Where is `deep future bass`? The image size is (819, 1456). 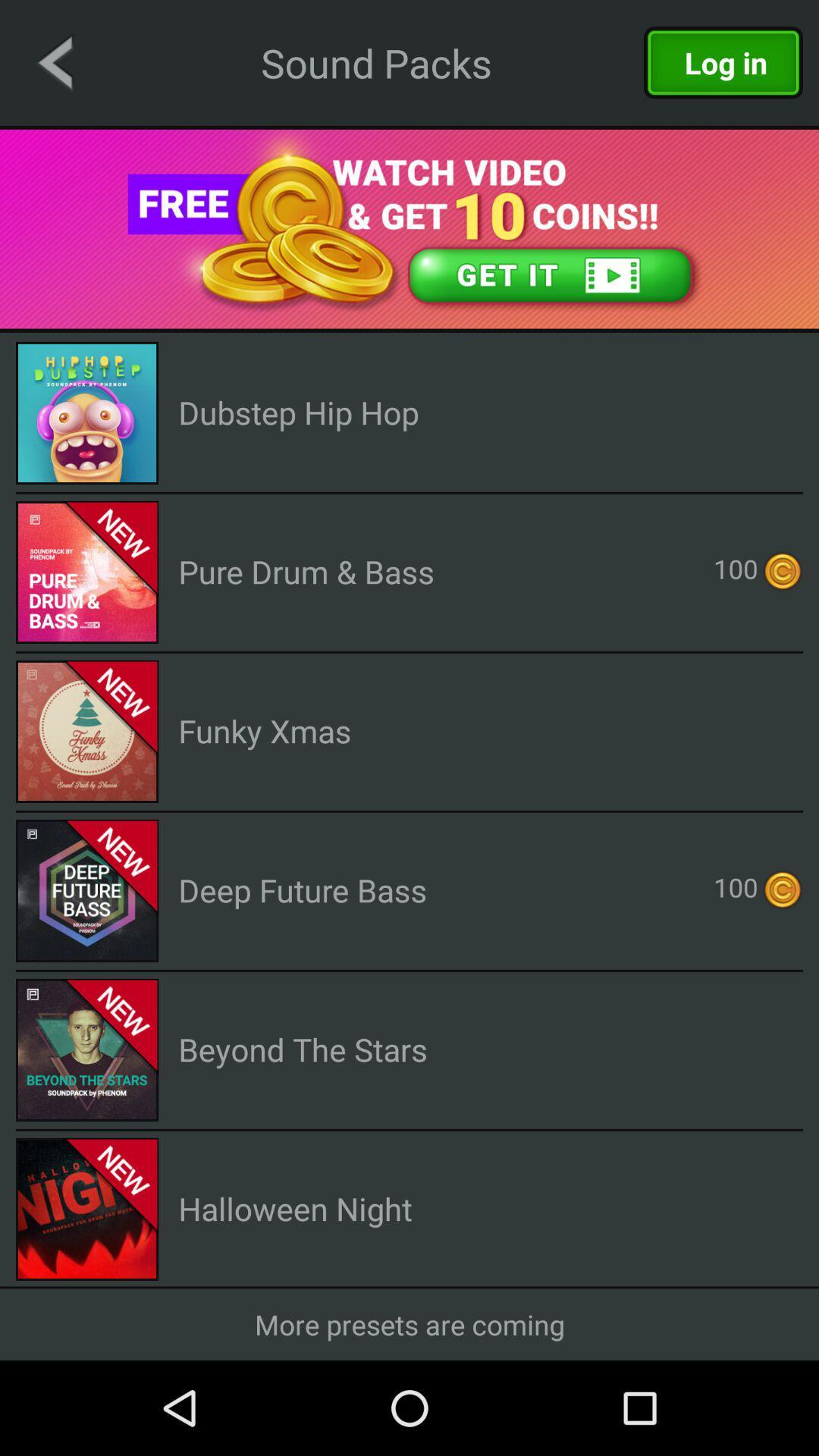
deep future bass is located at coordinates (303, 890).